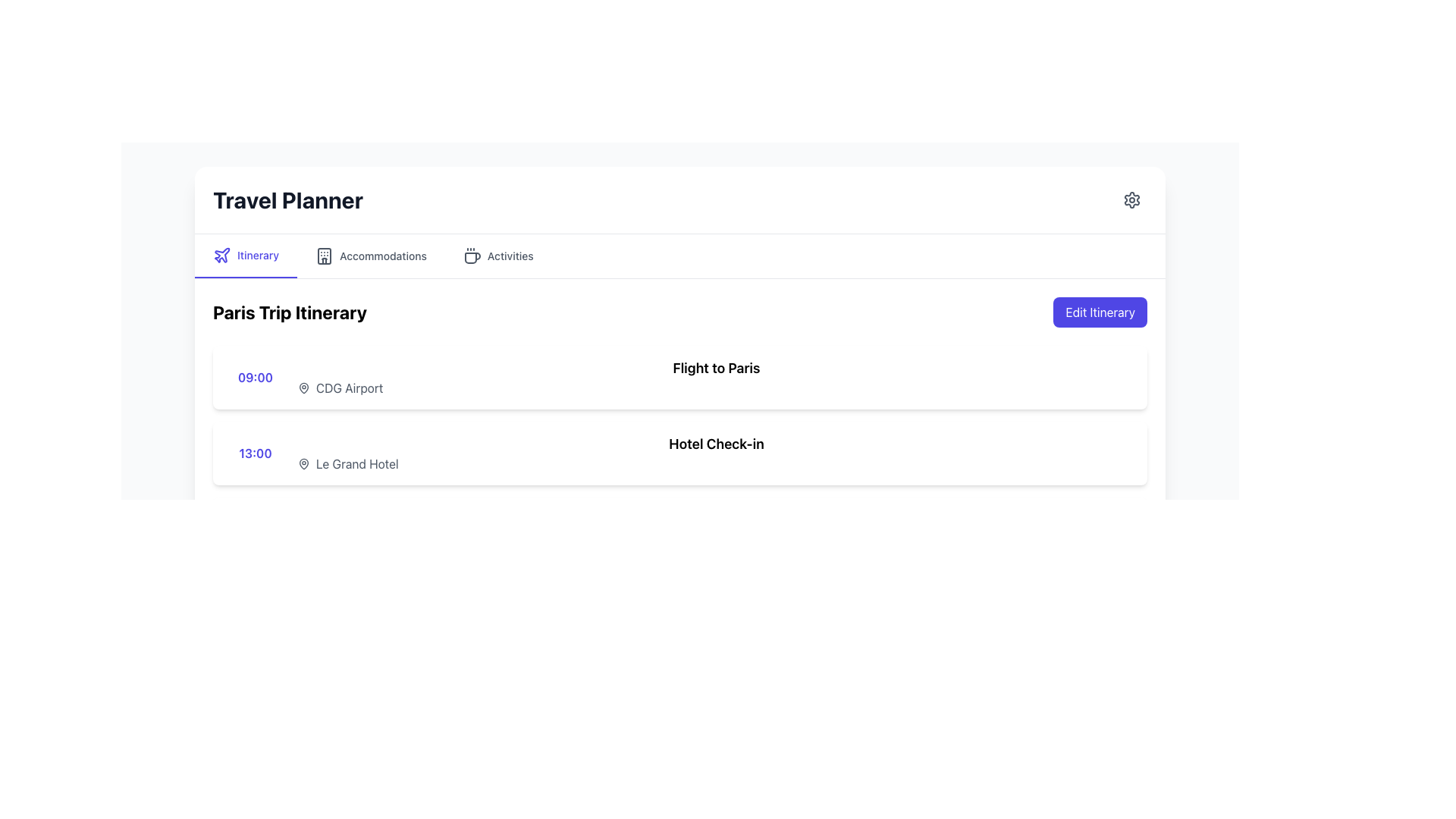  Describe the element at coordinates (303, 463) in the screenshot. I see `the icon indicating 'Le Grand Hotel', which is positioned in a horizontal row preceding the associated text` at that location.